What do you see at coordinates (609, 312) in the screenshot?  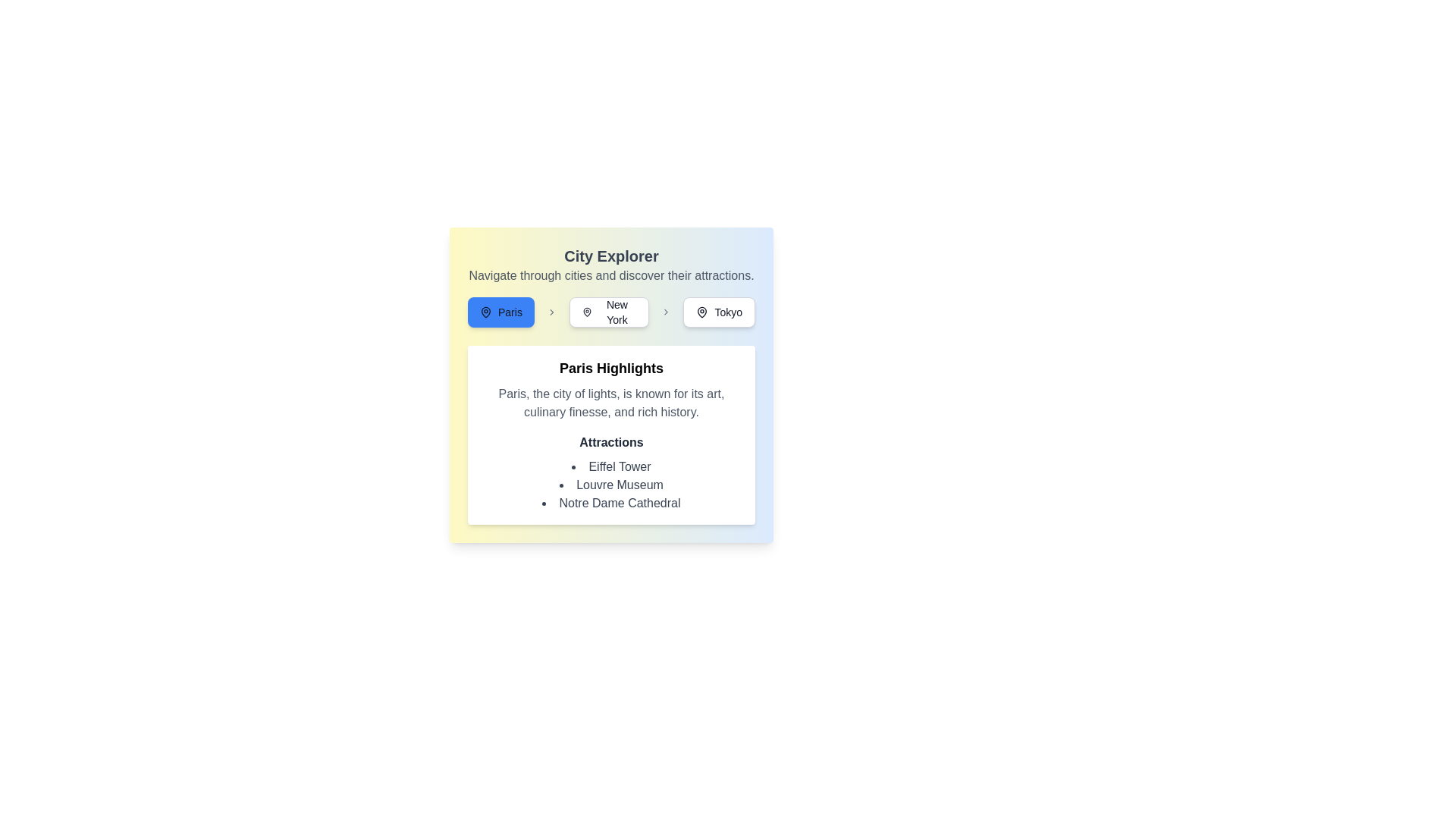 I see `the 'New York' button with a pin icon` at bounding box center [609, 312].